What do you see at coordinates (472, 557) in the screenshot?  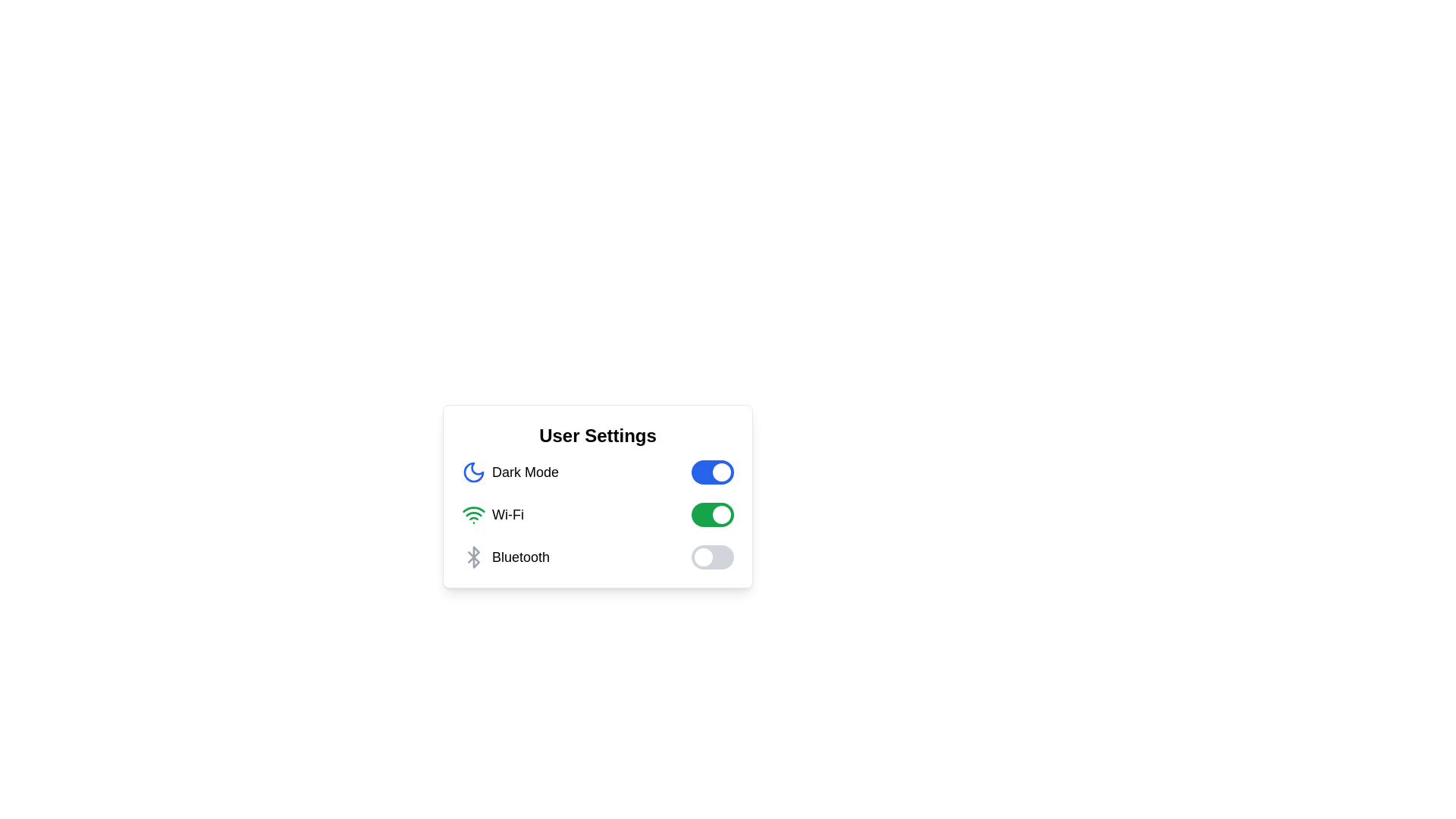 I see `the Bluetooth icon located to the left of the 'Bluetooth' text label in the User Settings interface` at bounding box center [472, 557].